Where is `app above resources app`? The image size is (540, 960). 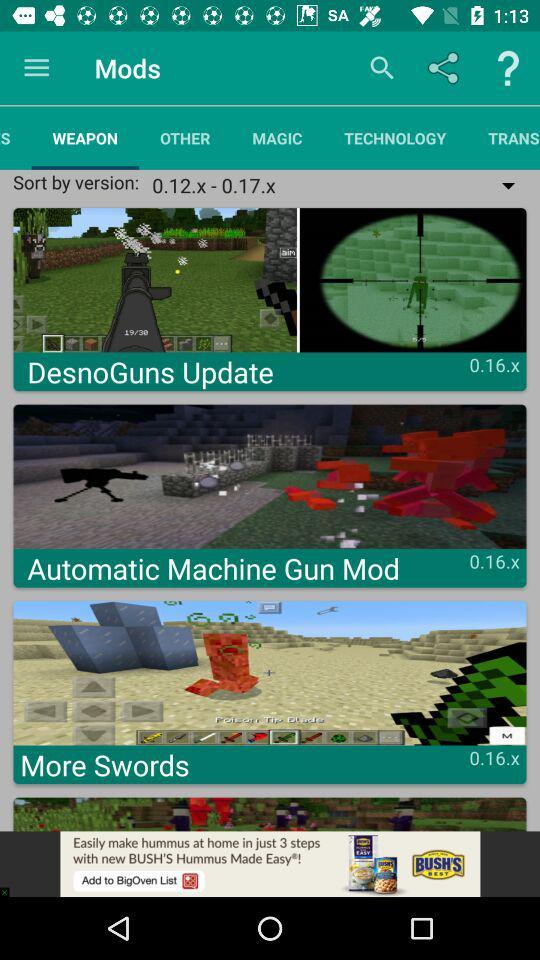
app above resources app is located at coordinates (36, 68).